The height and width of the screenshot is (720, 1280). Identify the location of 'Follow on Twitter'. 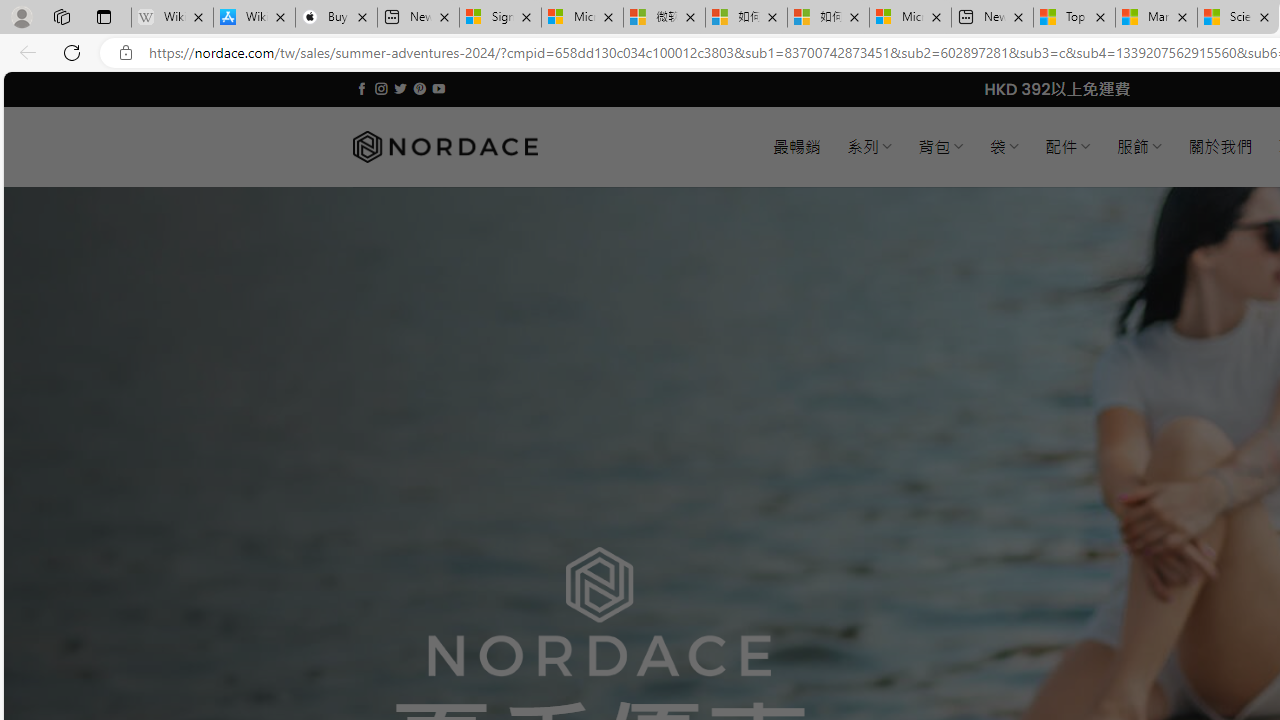
(400, 88).